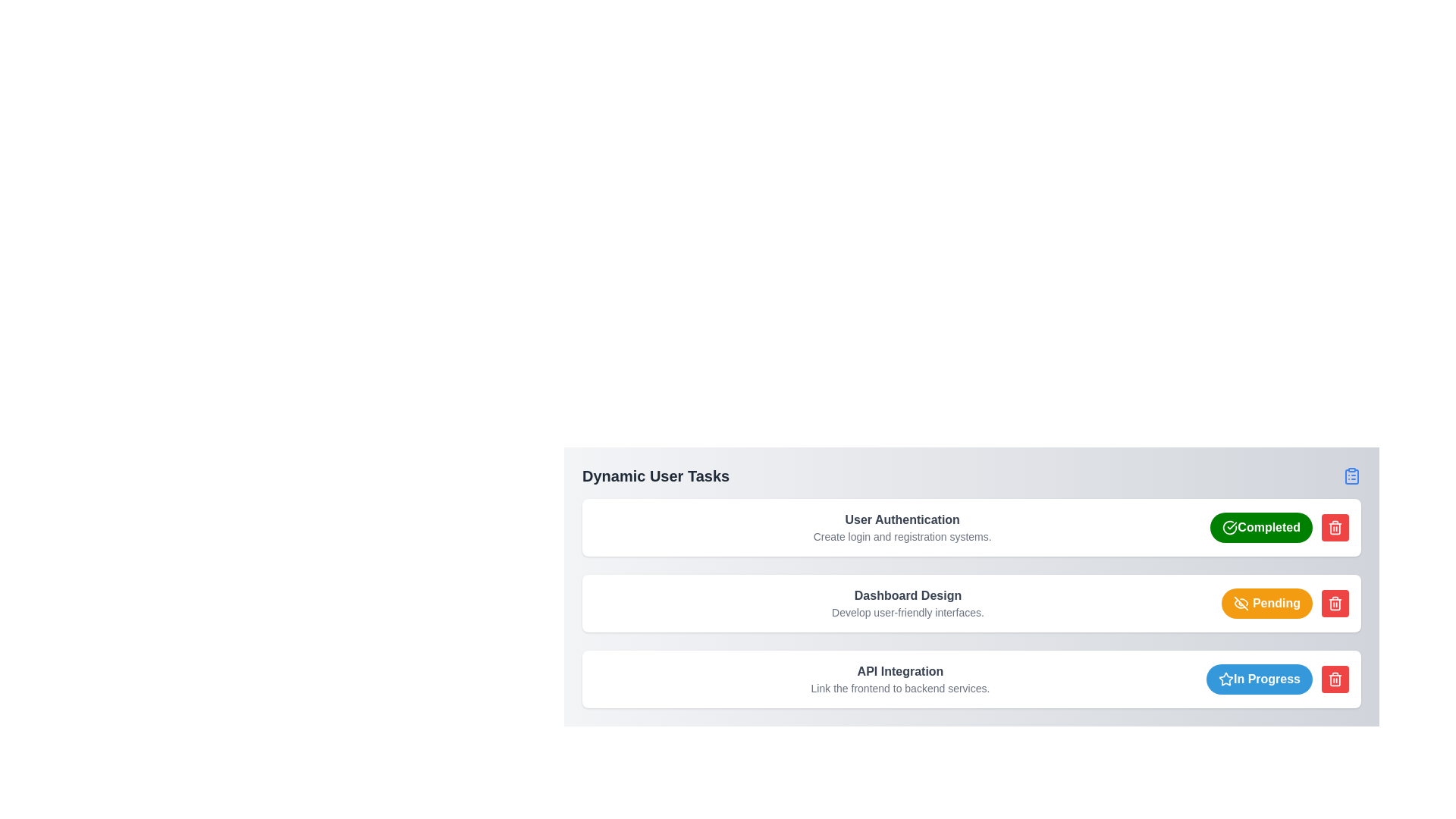  I want to click on the text in the text display section of the third task card labeled 'API Integration', which summarizes the purpose and context of the task, so click(900, 678).